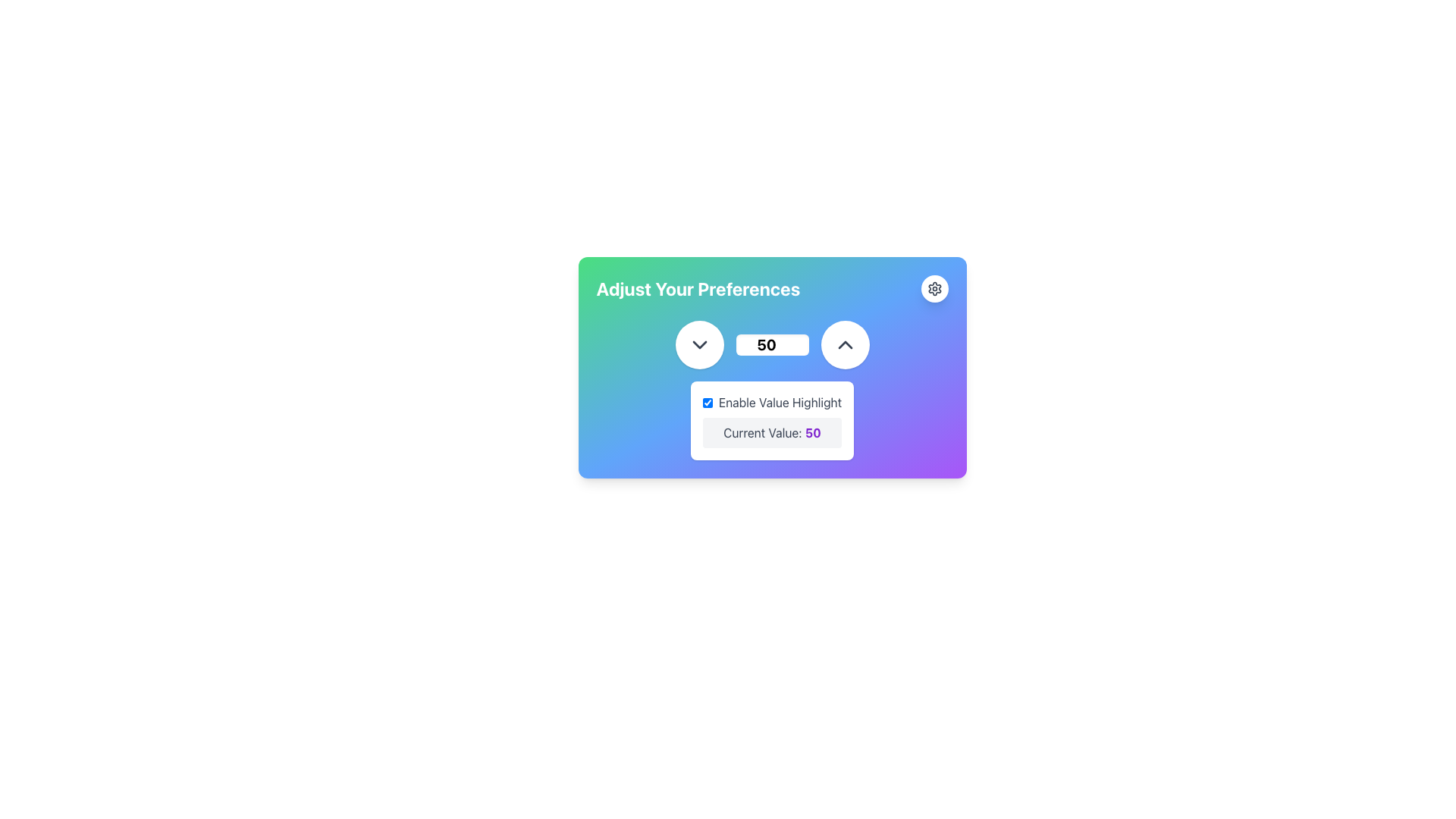 The width and height of the screenshot is (1456, 819). Describe the element at coordinates (772, 390) in the screenshot. I see `the interactive checkbox labeled 'Enable Value Highlight' located in the lower half of the 'Adjust Your Preferences' section` at that location.